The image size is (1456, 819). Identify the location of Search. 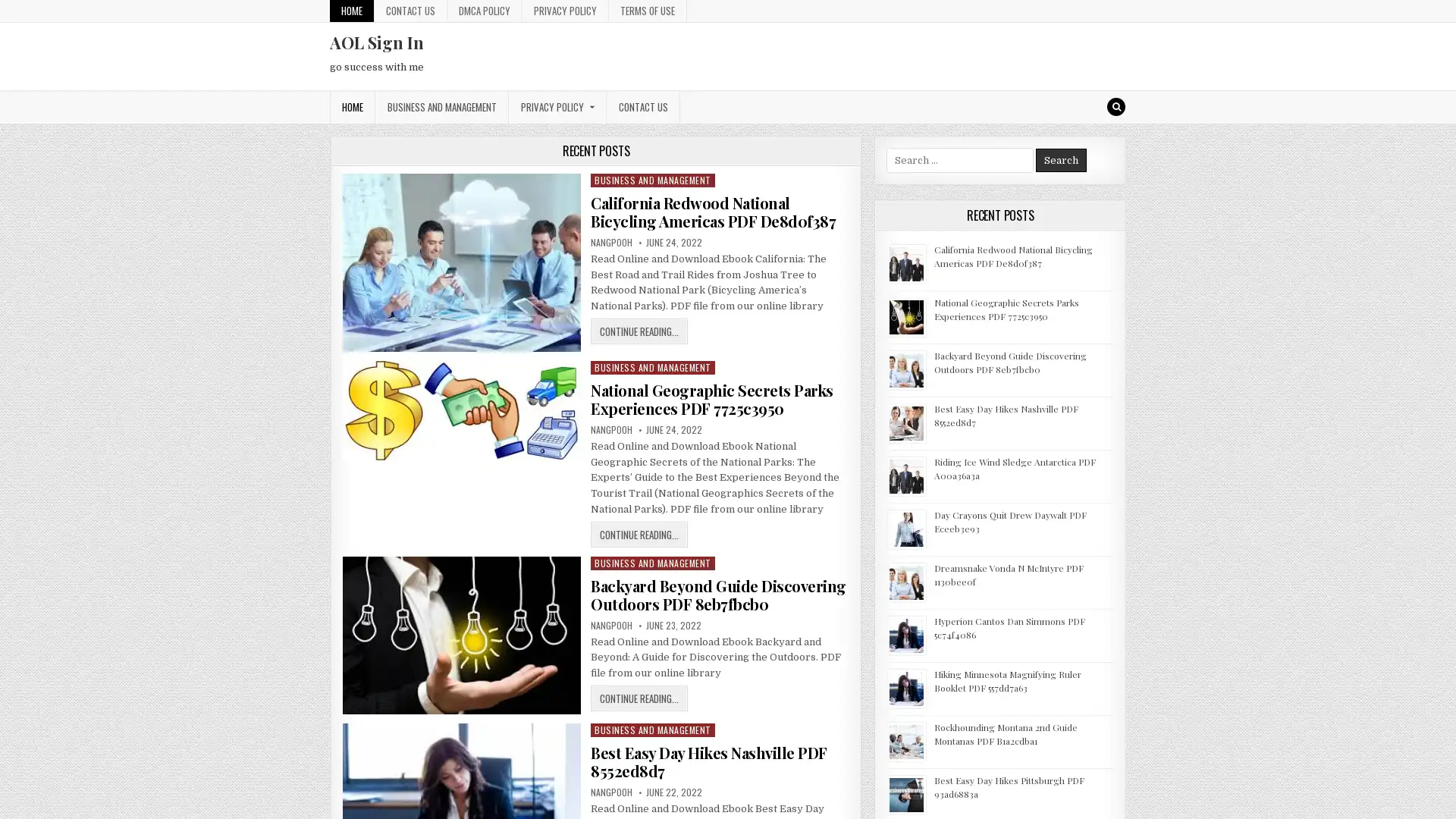
(1060, 160).